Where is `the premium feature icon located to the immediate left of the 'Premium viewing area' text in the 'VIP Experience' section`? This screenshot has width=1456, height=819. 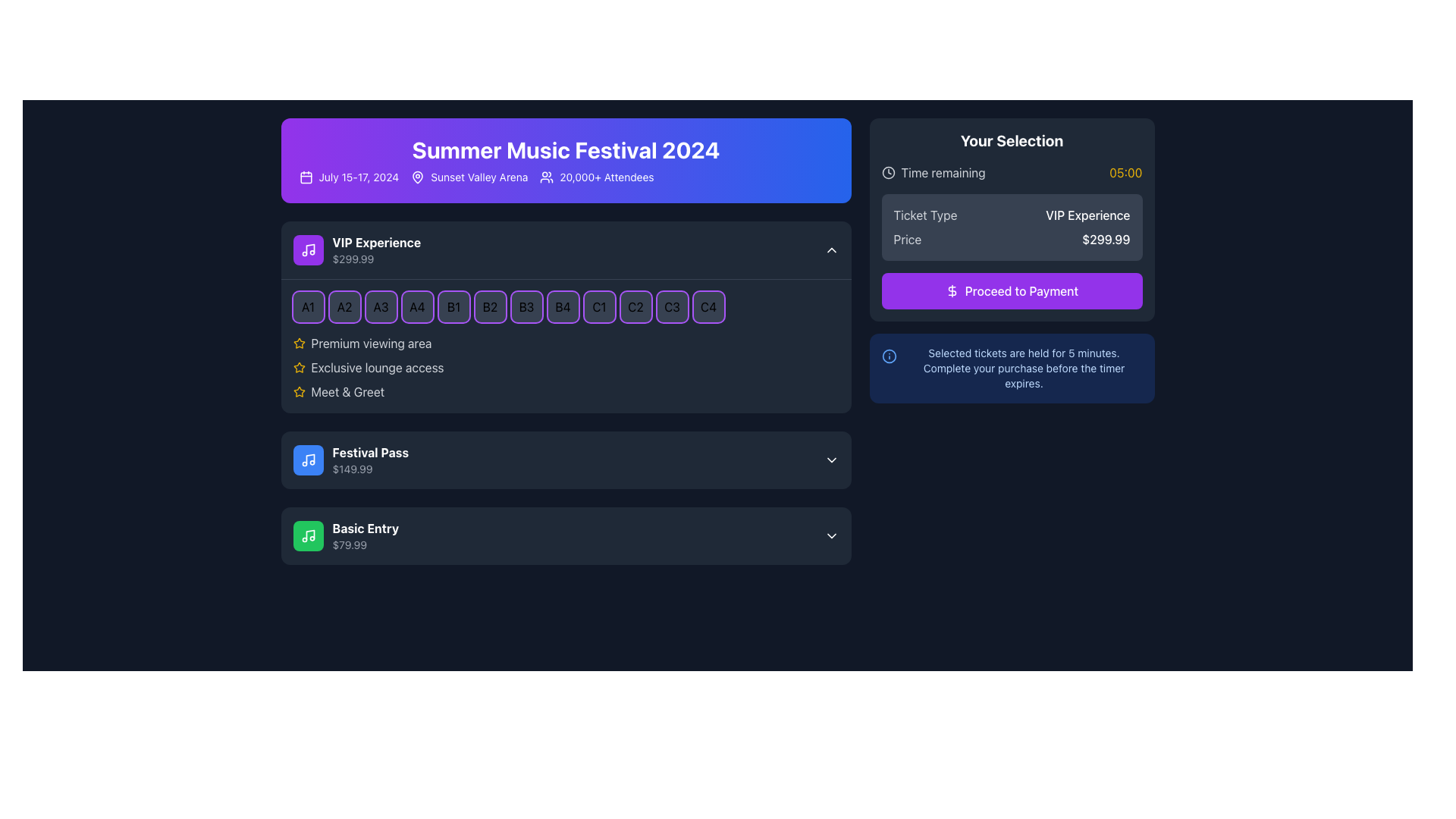 the premium feature icon located to the immediate left of the 'Premium viewing area' text in the 'VIP Experience' section is located at coordinates (299, 343).